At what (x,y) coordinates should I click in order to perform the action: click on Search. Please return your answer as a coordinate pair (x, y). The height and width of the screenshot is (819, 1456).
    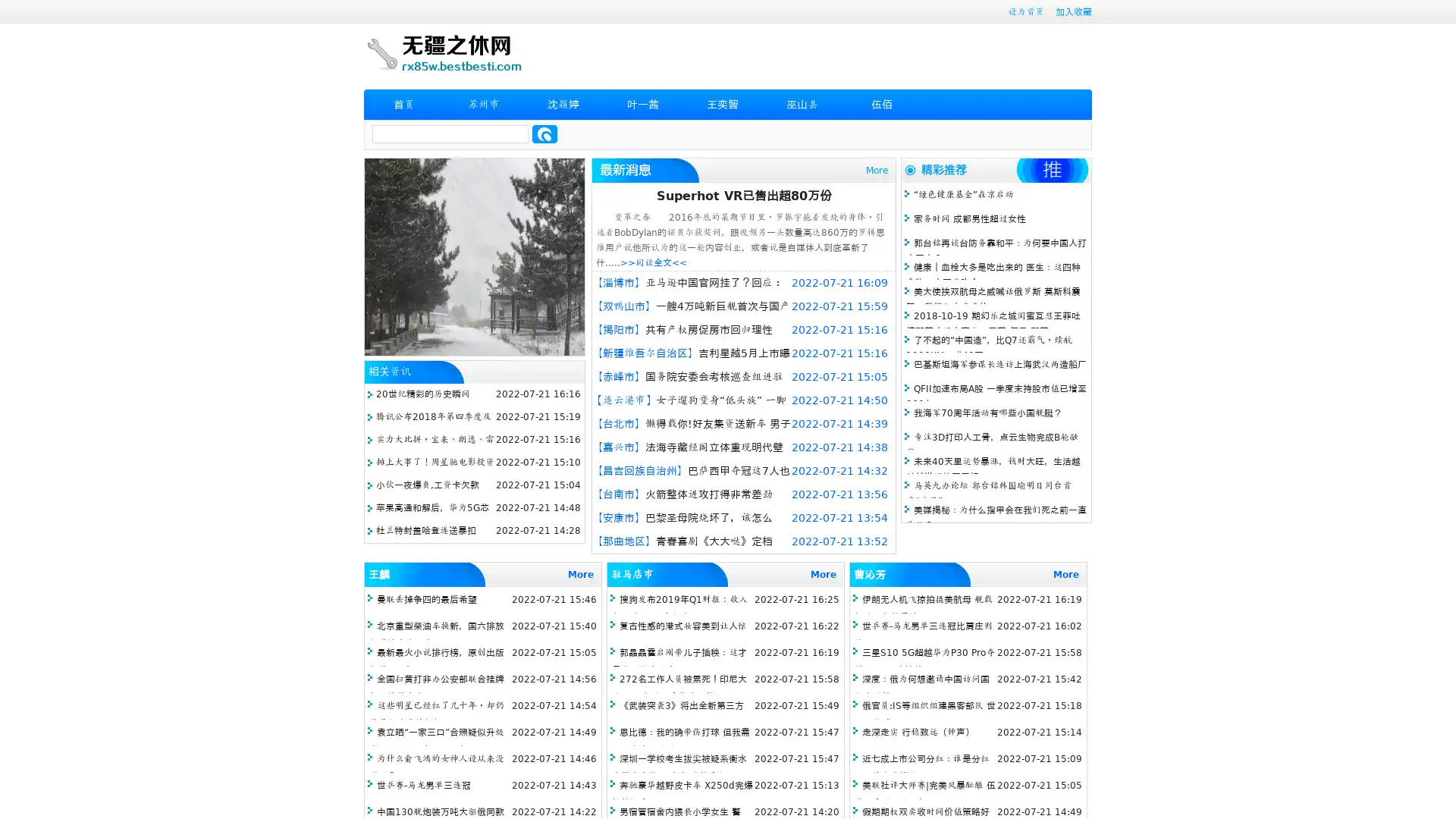
    Looking at the image, I should click on (544, 133).